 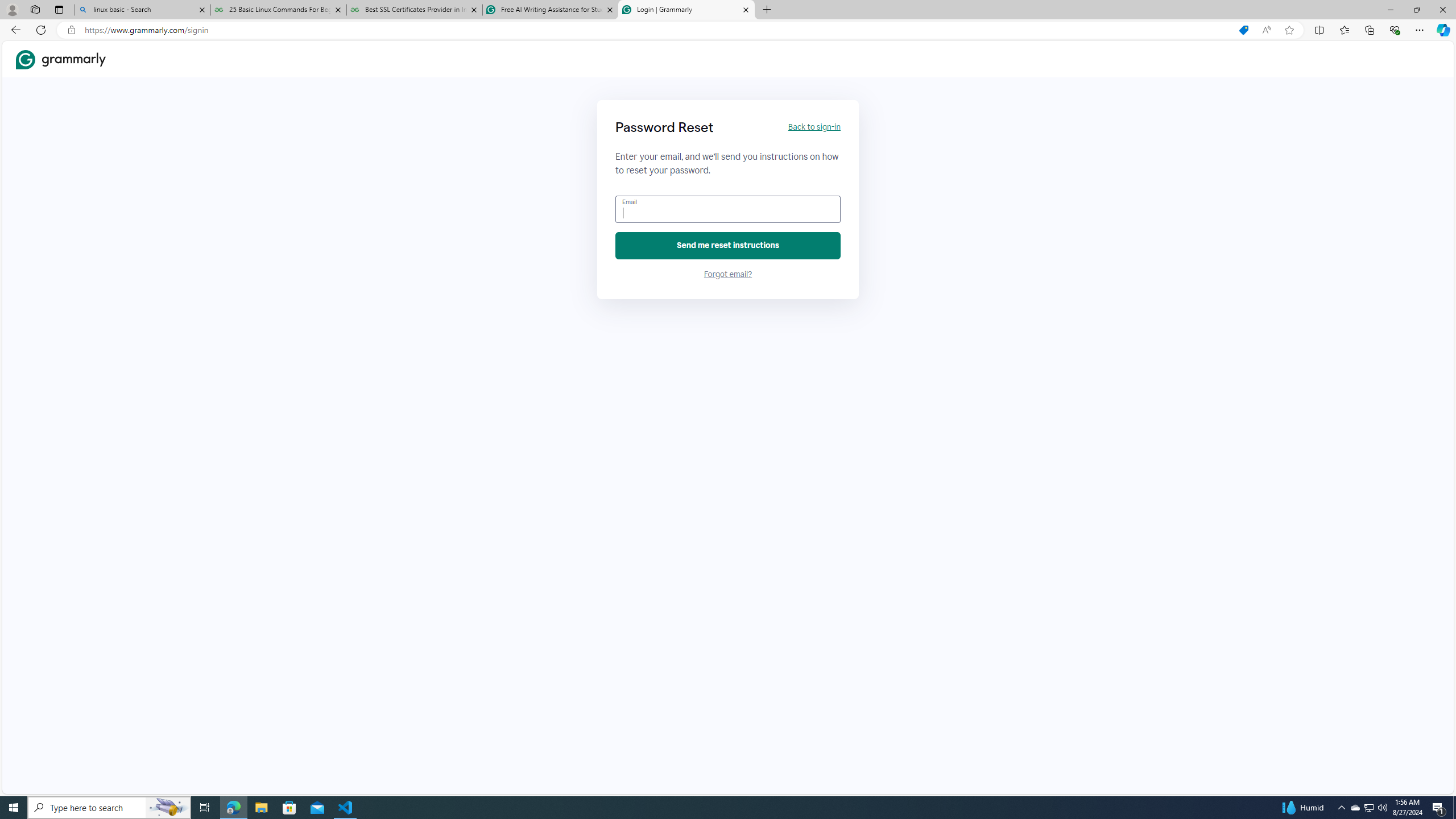 What do you see at coordinates (60, 59) in the screenshot?
I see `'Grammarly Home'` at bounding box center [60, 59].